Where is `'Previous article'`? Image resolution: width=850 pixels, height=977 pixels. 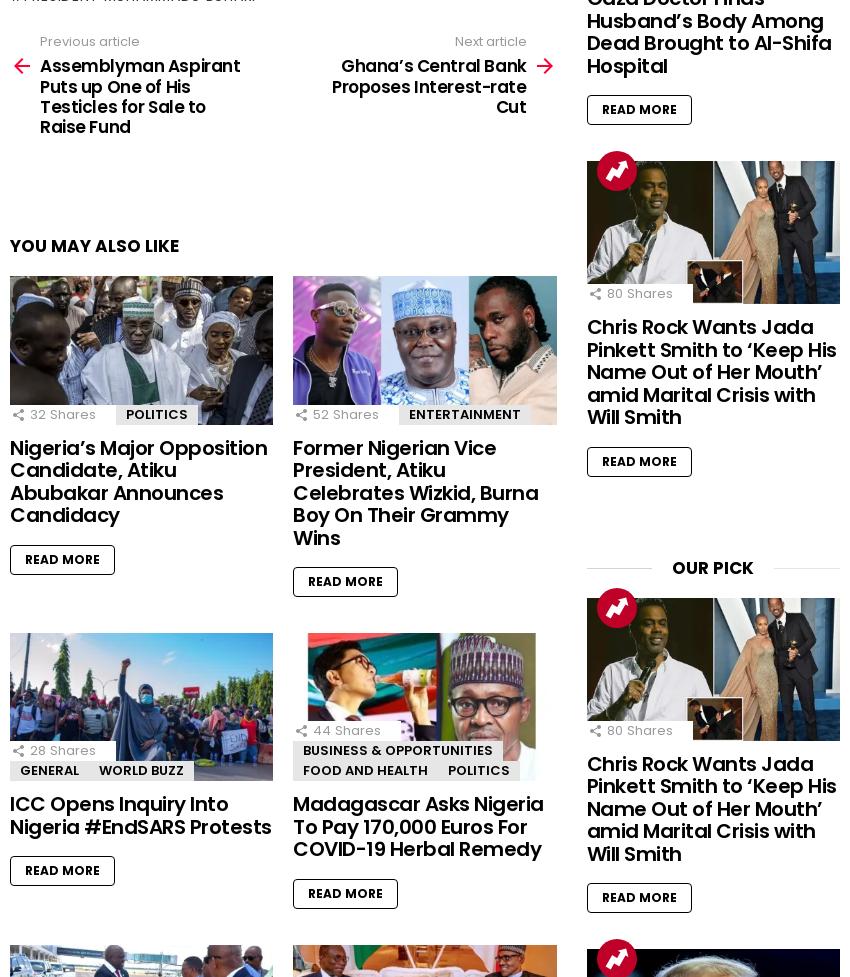 'Previous article' is located at coordinates (89, 40).